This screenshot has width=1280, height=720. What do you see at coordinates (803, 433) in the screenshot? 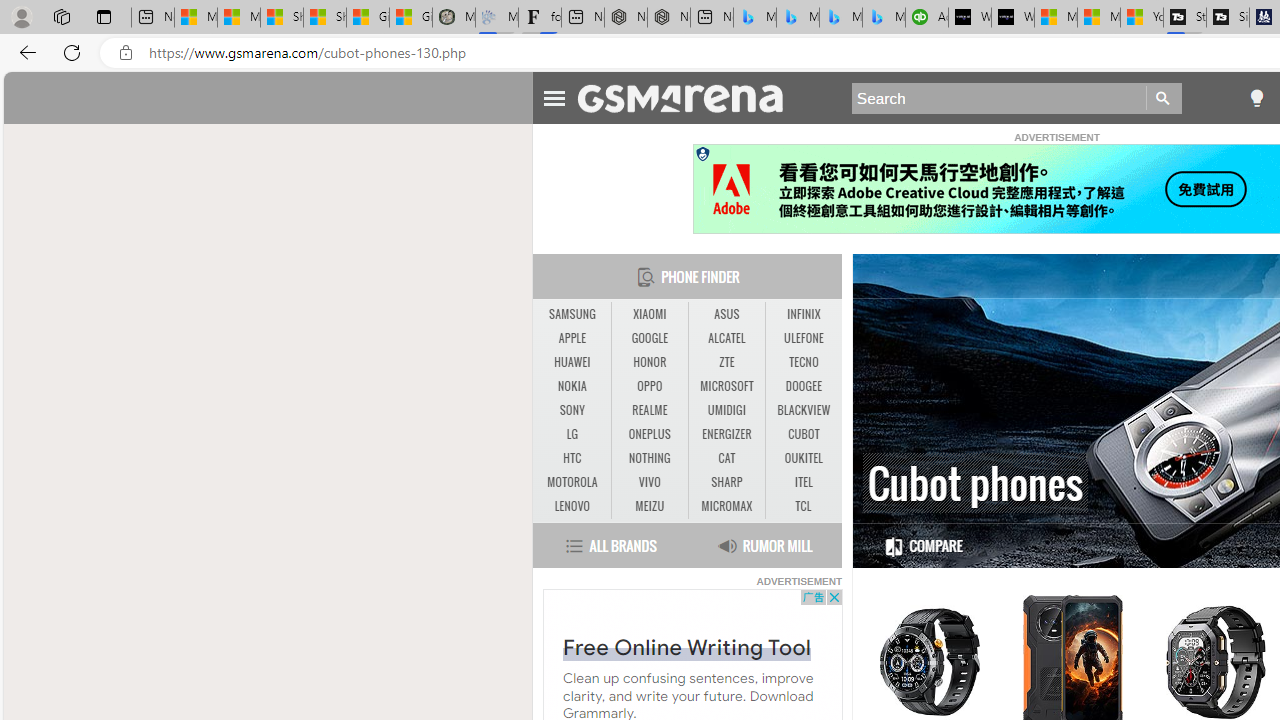
I see `'CUBOT'` at bounding box center [803, 433].